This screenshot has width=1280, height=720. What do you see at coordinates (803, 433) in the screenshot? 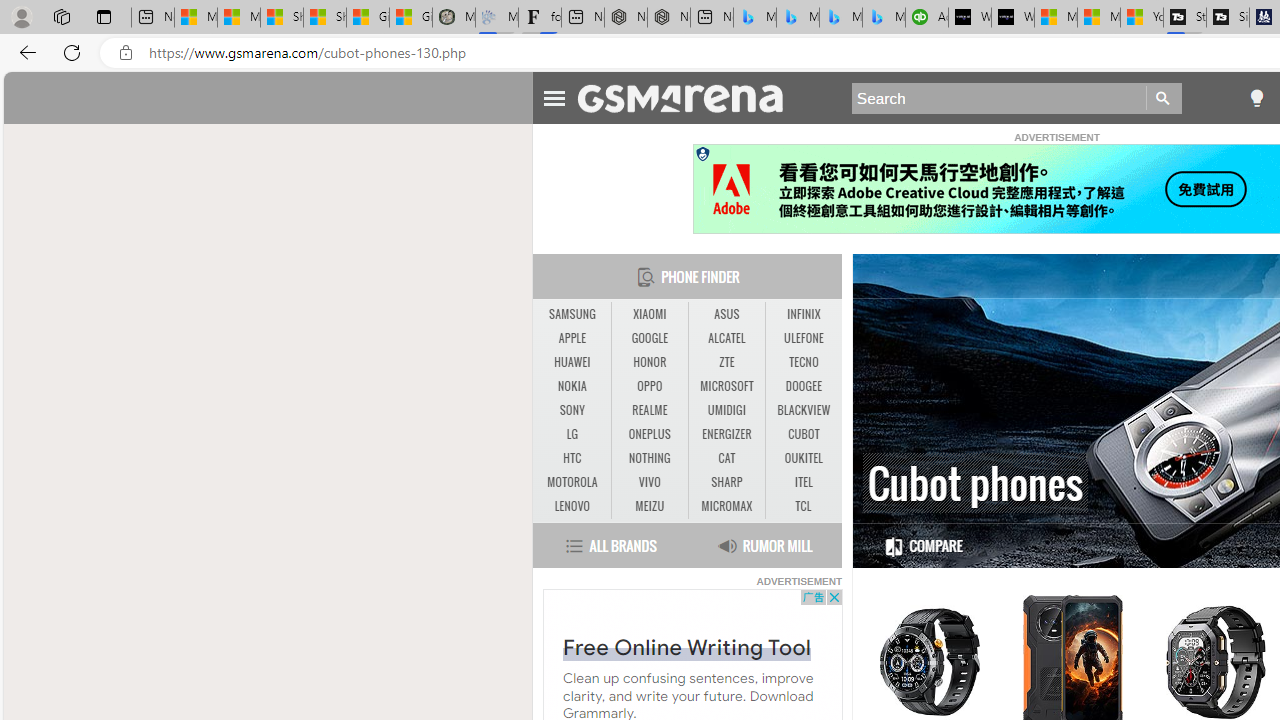
I see `'CUBOT'` at bounding box center [803, 433].